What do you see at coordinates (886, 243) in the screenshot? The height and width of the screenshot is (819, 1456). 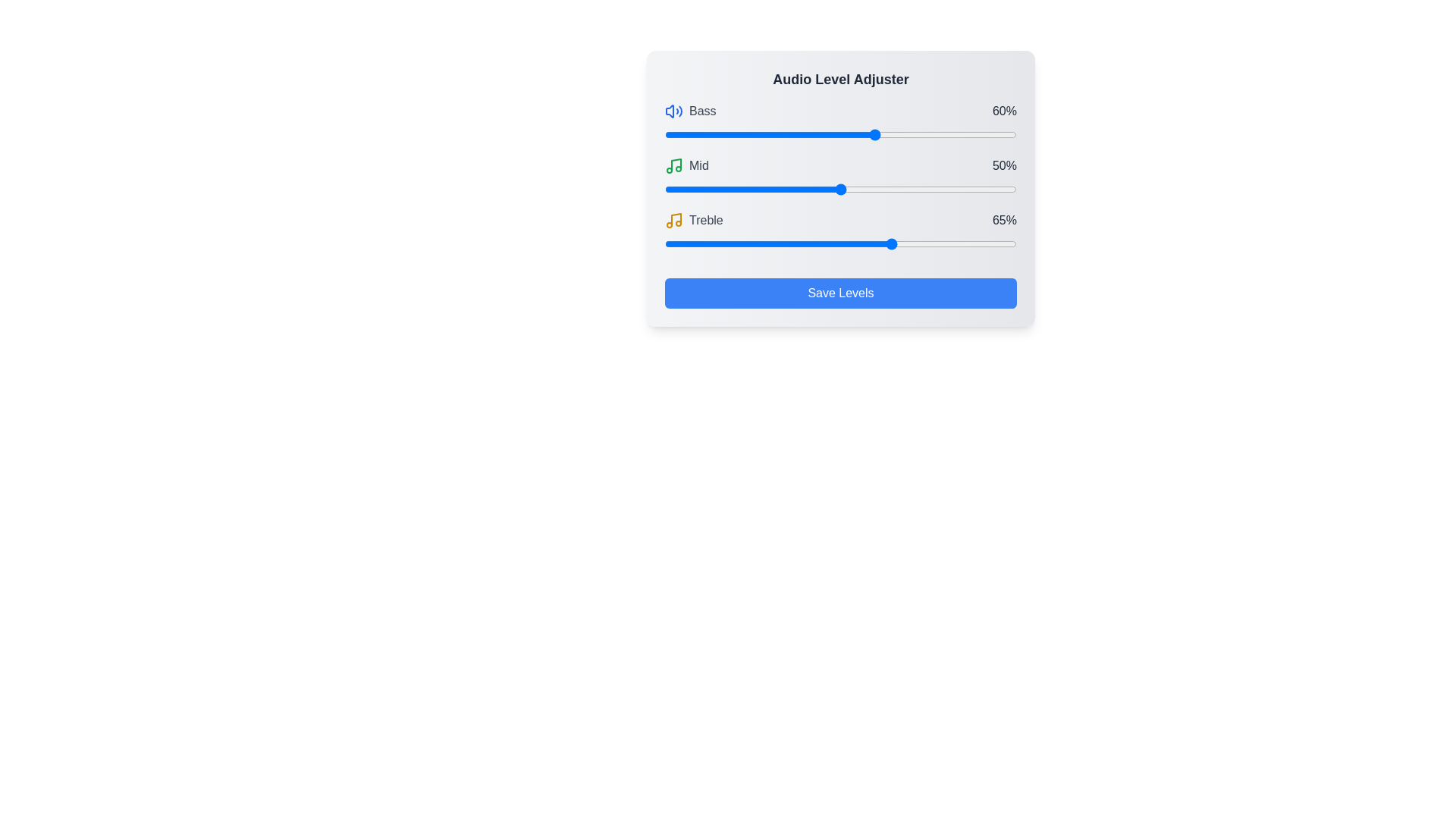 I see `the slider` at bounding box center [886, 243].